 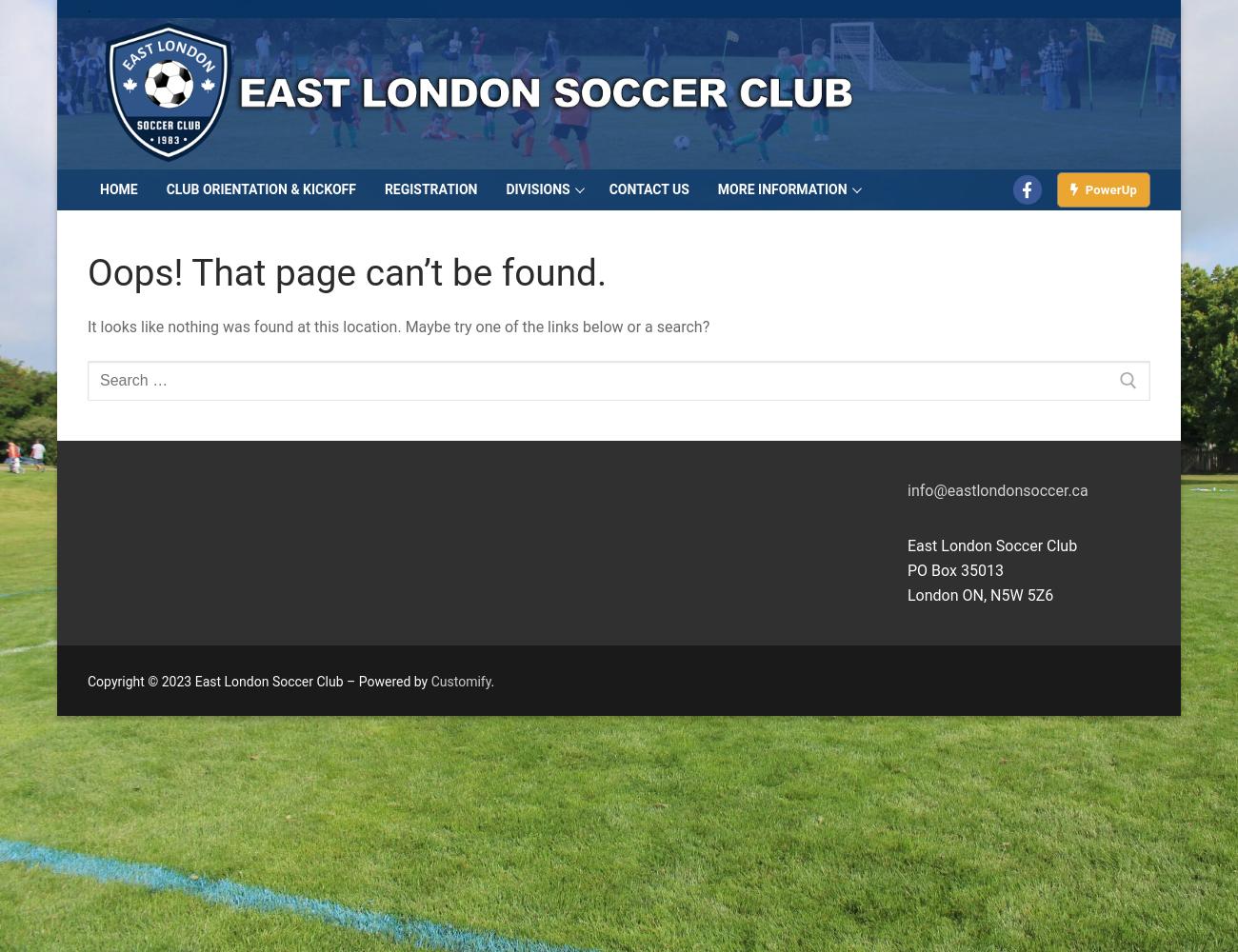 I want to click on 'More Information', so click(x=716, y=188).